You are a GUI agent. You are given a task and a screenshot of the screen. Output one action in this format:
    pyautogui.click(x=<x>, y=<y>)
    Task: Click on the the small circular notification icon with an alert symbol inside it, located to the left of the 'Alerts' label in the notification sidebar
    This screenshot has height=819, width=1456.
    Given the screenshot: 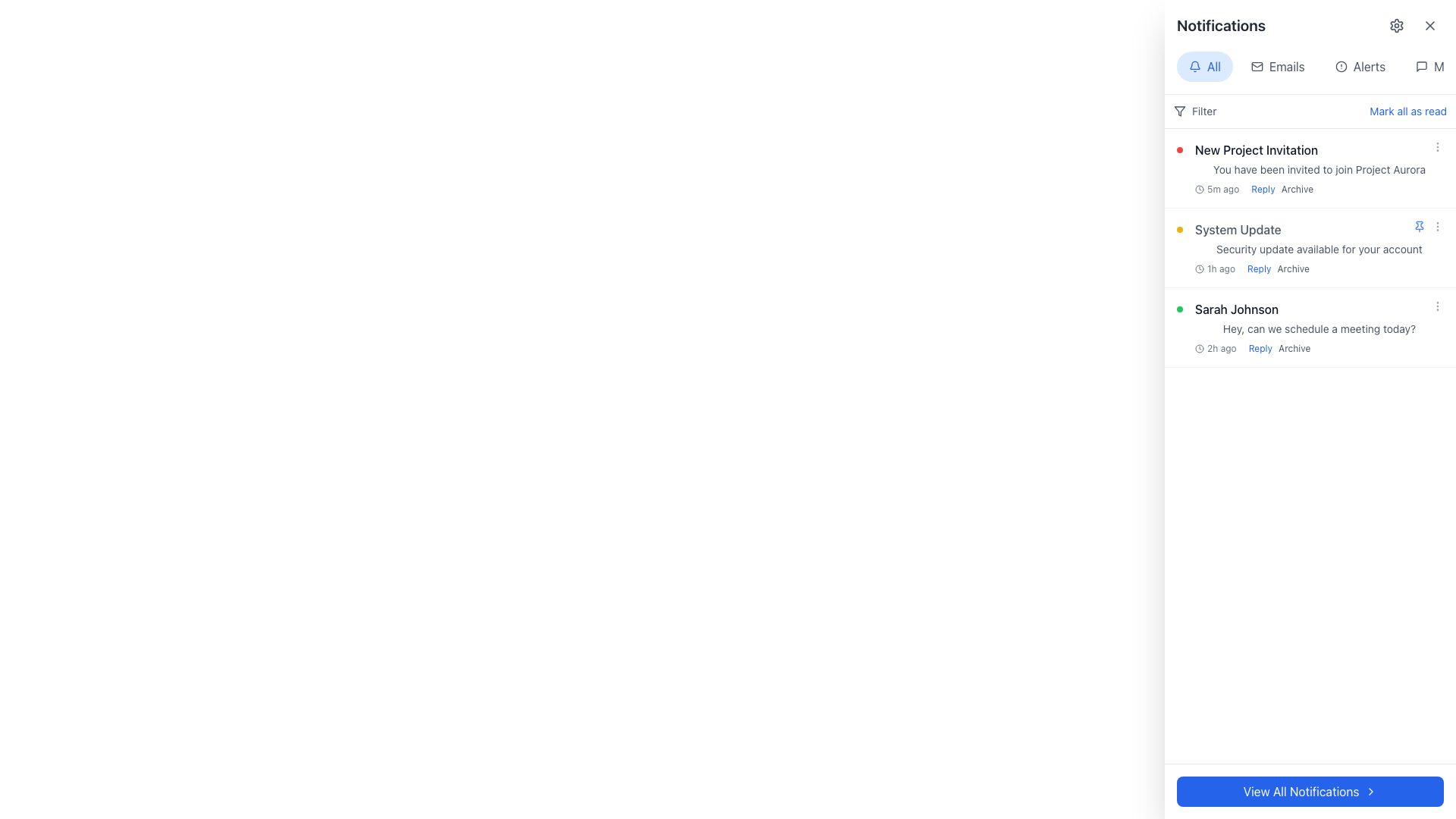 What is the action you would take?
    pyautogui.click(x=1341, y=66)
    